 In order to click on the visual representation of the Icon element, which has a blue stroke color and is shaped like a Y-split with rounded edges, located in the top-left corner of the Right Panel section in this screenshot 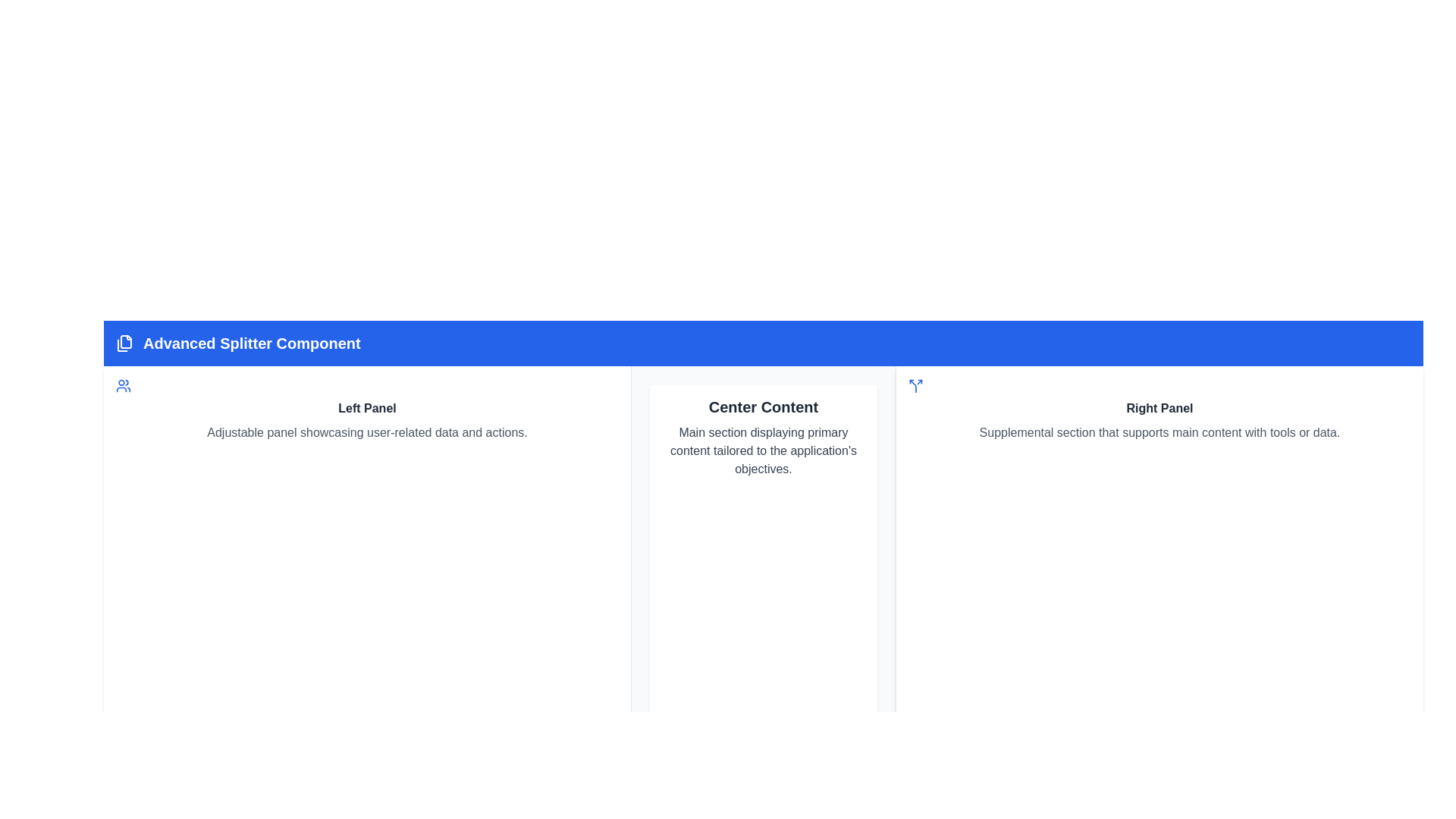, I will do `click(915, 385)`.